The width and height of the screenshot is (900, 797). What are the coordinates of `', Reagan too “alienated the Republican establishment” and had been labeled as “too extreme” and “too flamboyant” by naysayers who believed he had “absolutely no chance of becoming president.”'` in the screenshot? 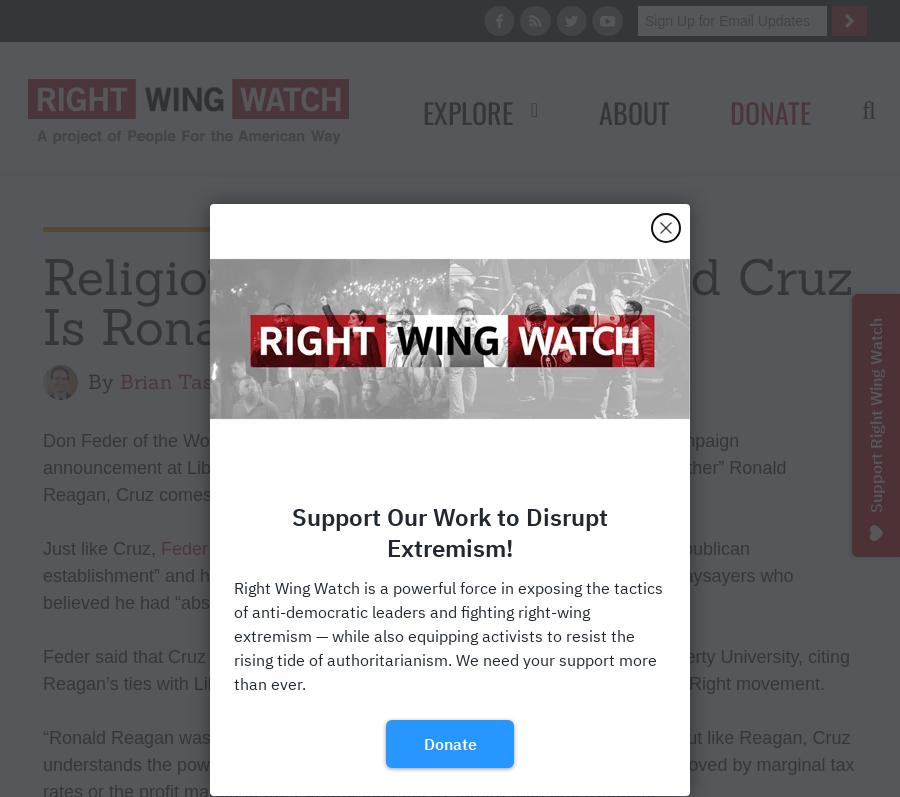 It's located at (417, 574).